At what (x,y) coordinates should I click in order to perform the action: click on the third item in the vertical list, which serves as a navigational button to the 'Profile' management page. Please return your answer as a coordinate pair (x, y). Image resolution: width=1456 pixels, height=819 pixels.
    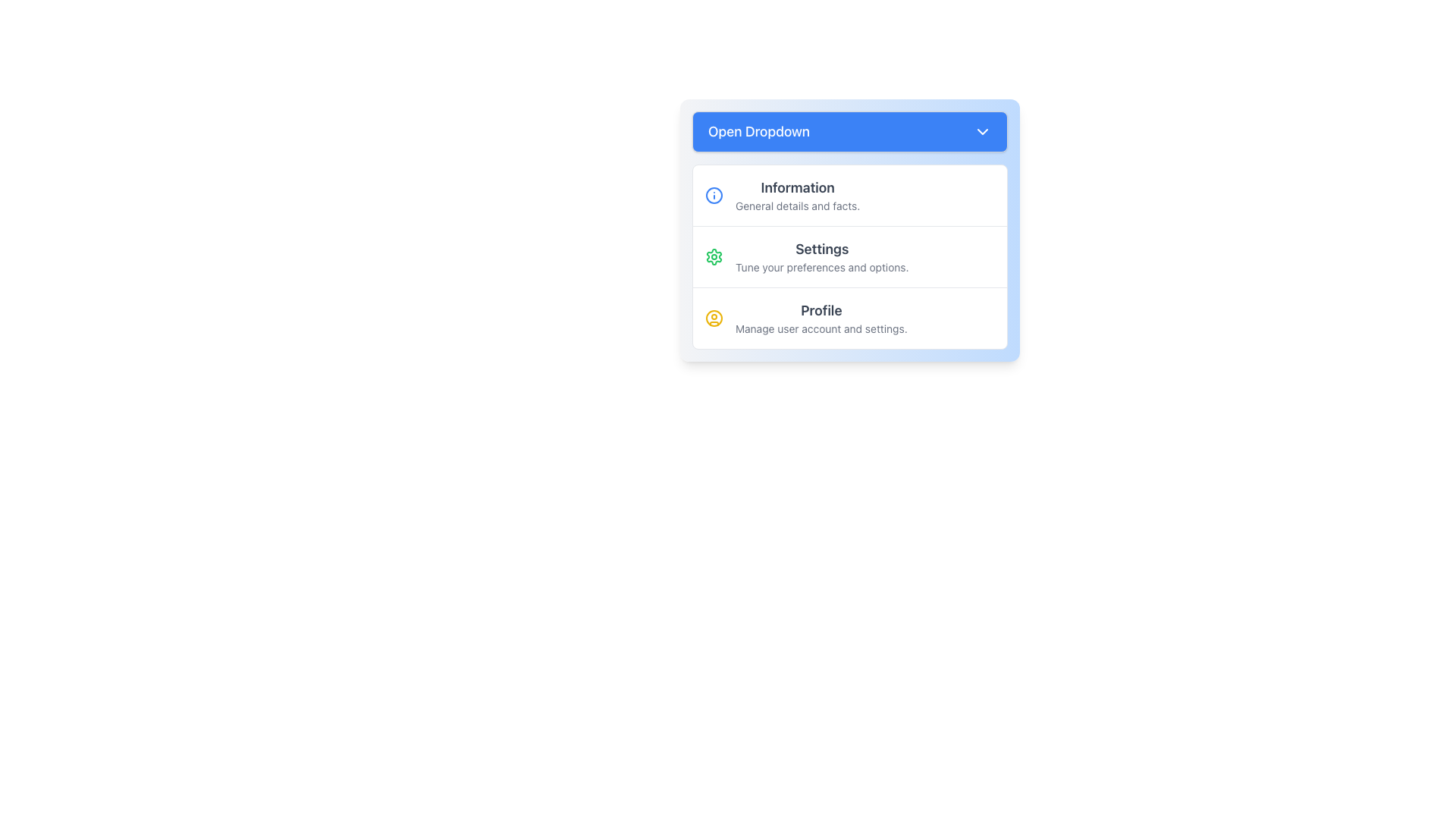
    Looking at the image, I should click on (850, 318).